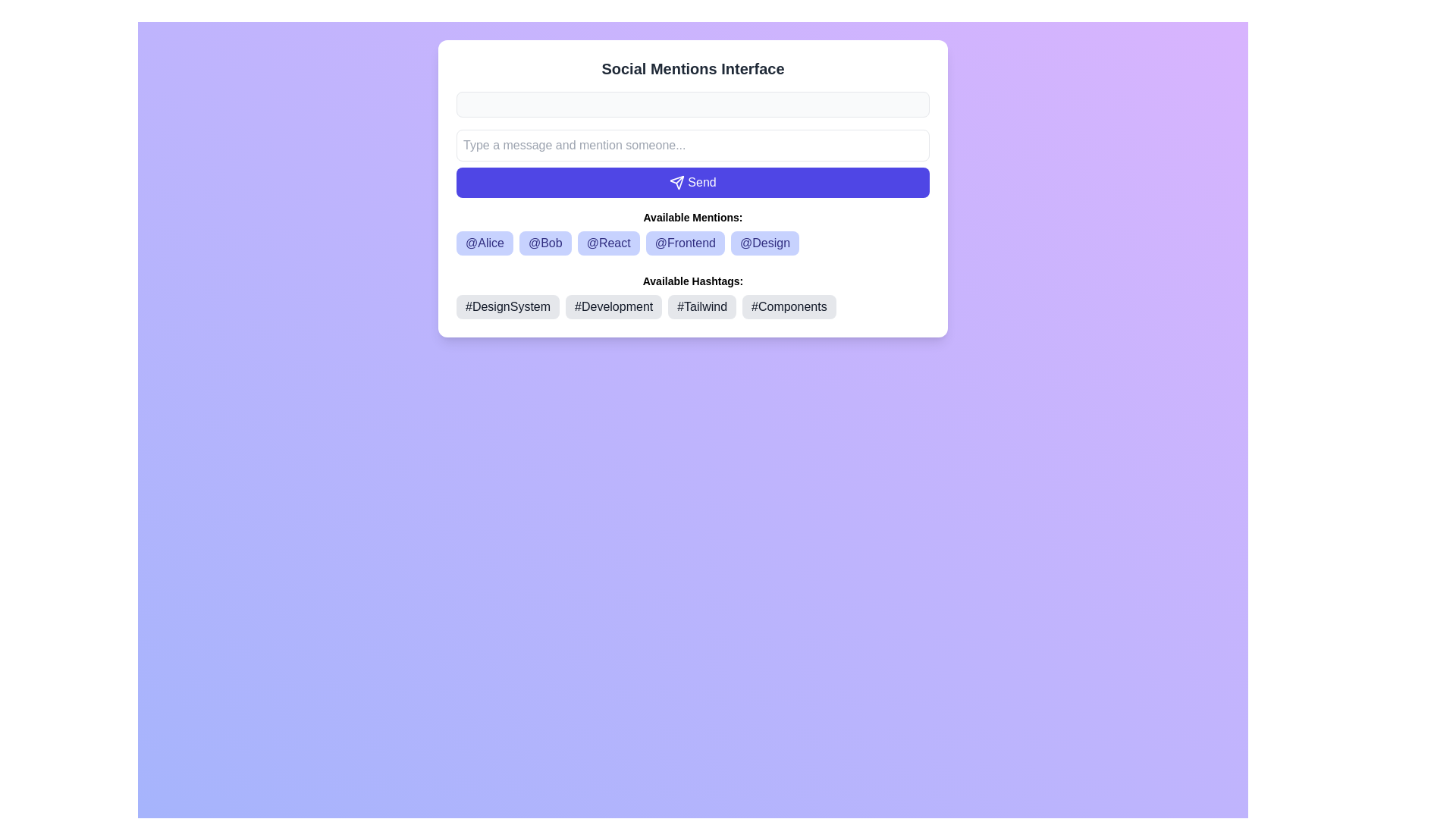 The image size is (1456, 819). What do you see at coordinates (608, 242) in the screenshot?
I see `the clickable mention badge styled with a rounded rectangular appearance and text '@React'` at bounding box center [608, 242].